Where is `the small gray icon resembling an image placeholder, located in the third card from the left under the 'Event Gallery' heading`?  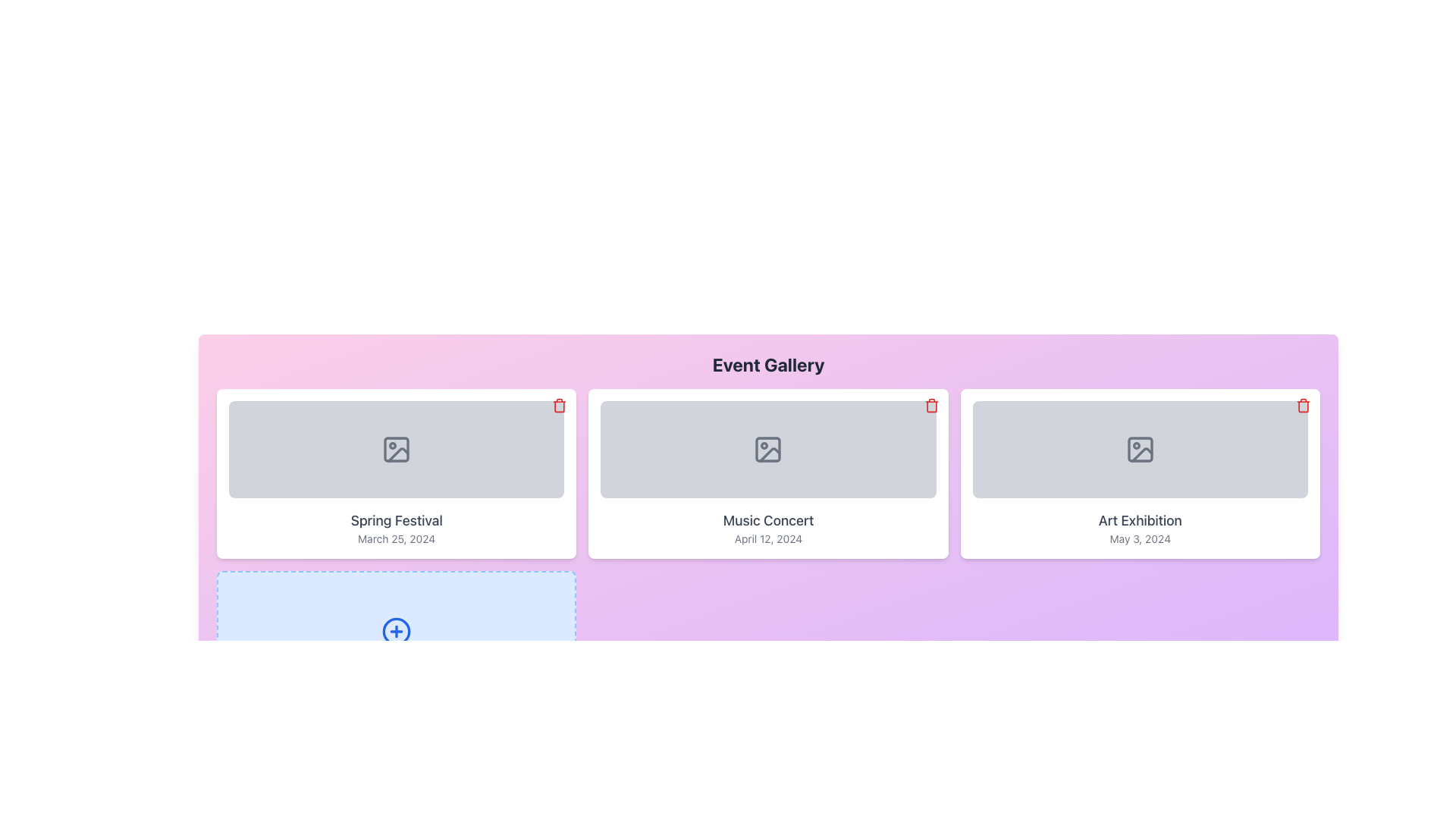
the small gray icon resembling an image placeholder, located in the third card from the left under the 'Event Gallery' heading is located at coordinates (1140, 449).